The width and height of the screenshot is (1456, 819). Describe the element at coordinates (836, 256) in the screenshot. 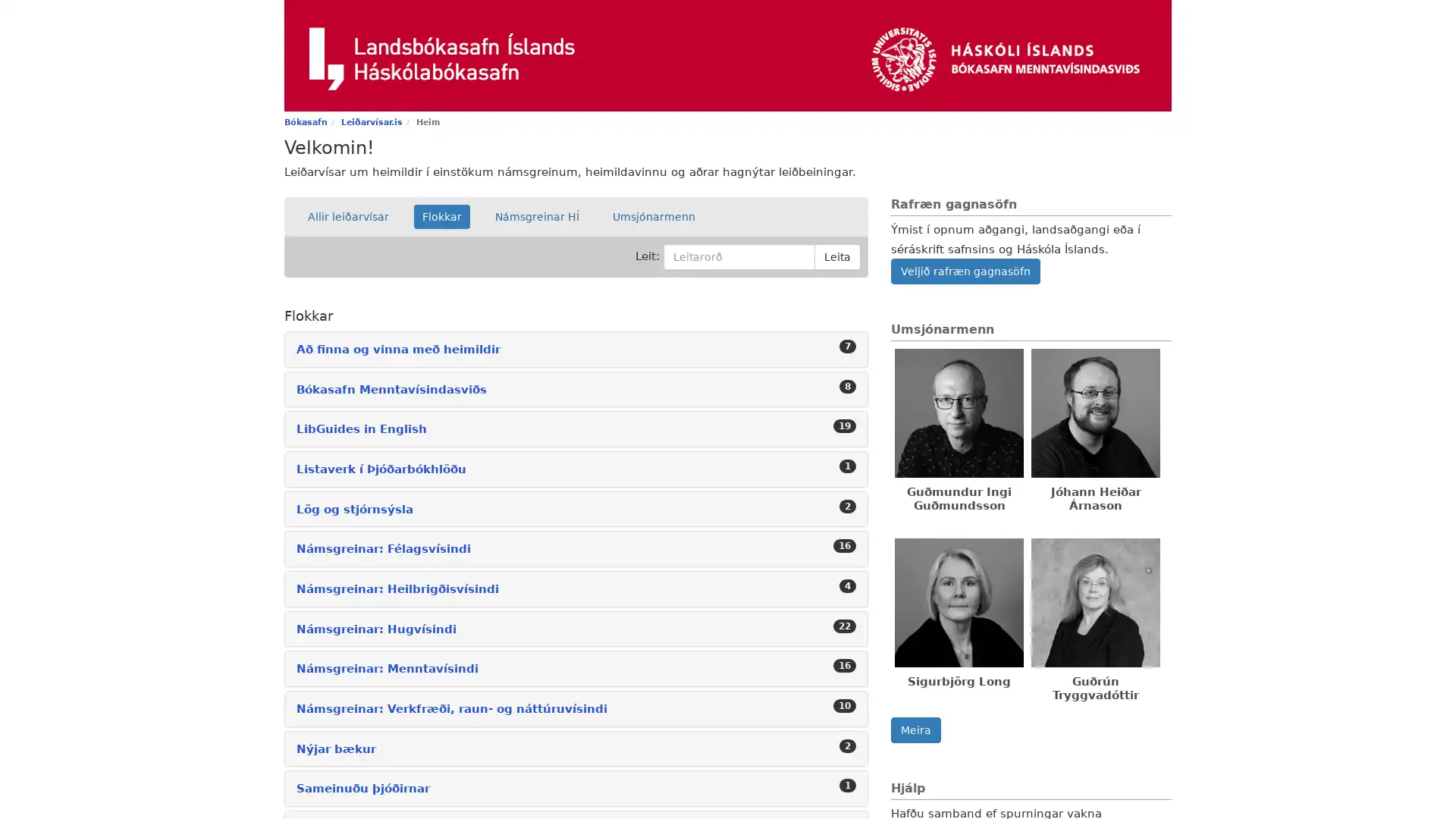

I see `Leita` at that location.